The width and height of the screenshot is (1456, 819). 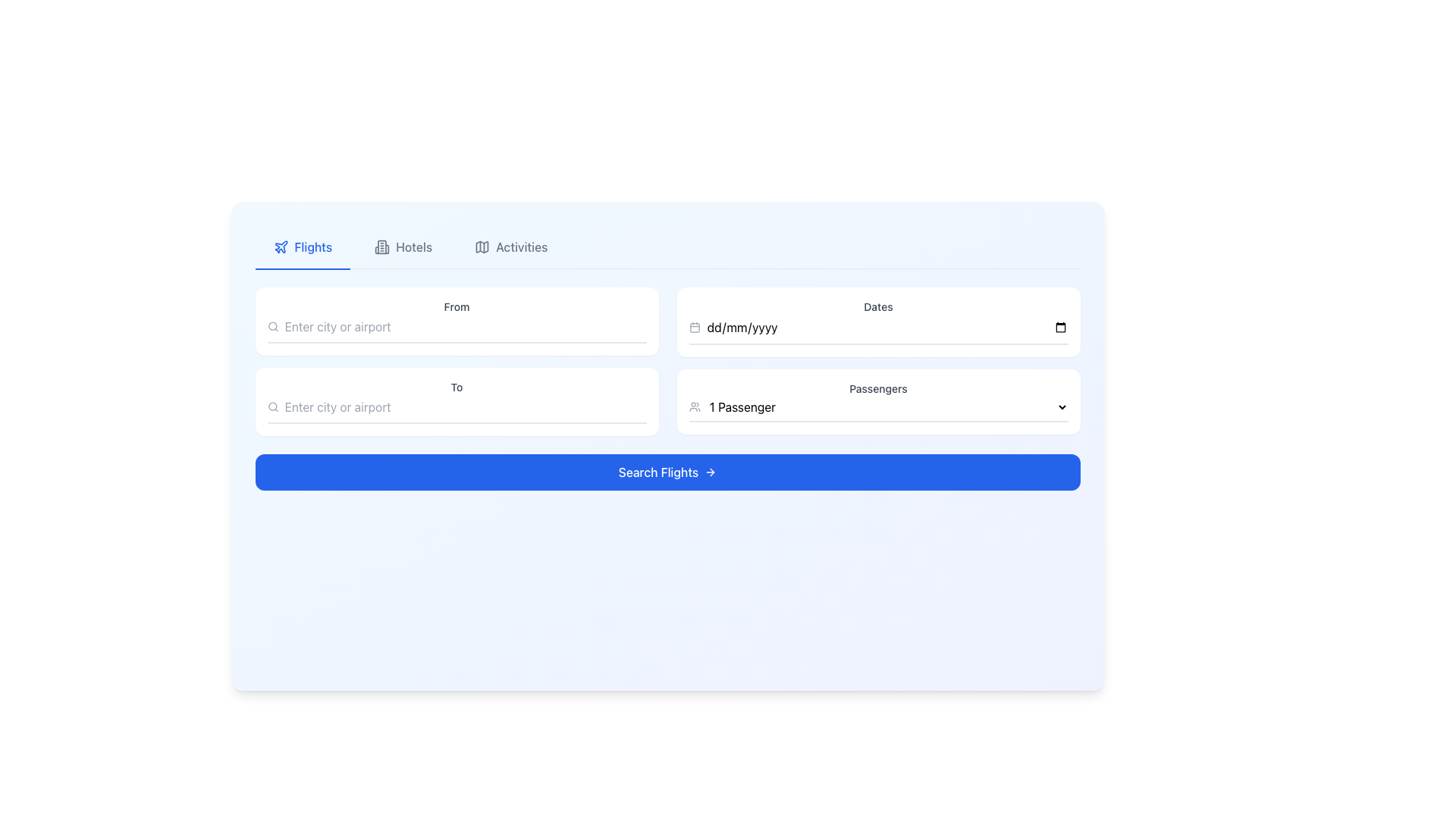 I want to click on the text label indicating the functionality to initiate a search for flights, which is centrally aligned within the blue action button at the bottom of the layout, so click(x=658, y=472).